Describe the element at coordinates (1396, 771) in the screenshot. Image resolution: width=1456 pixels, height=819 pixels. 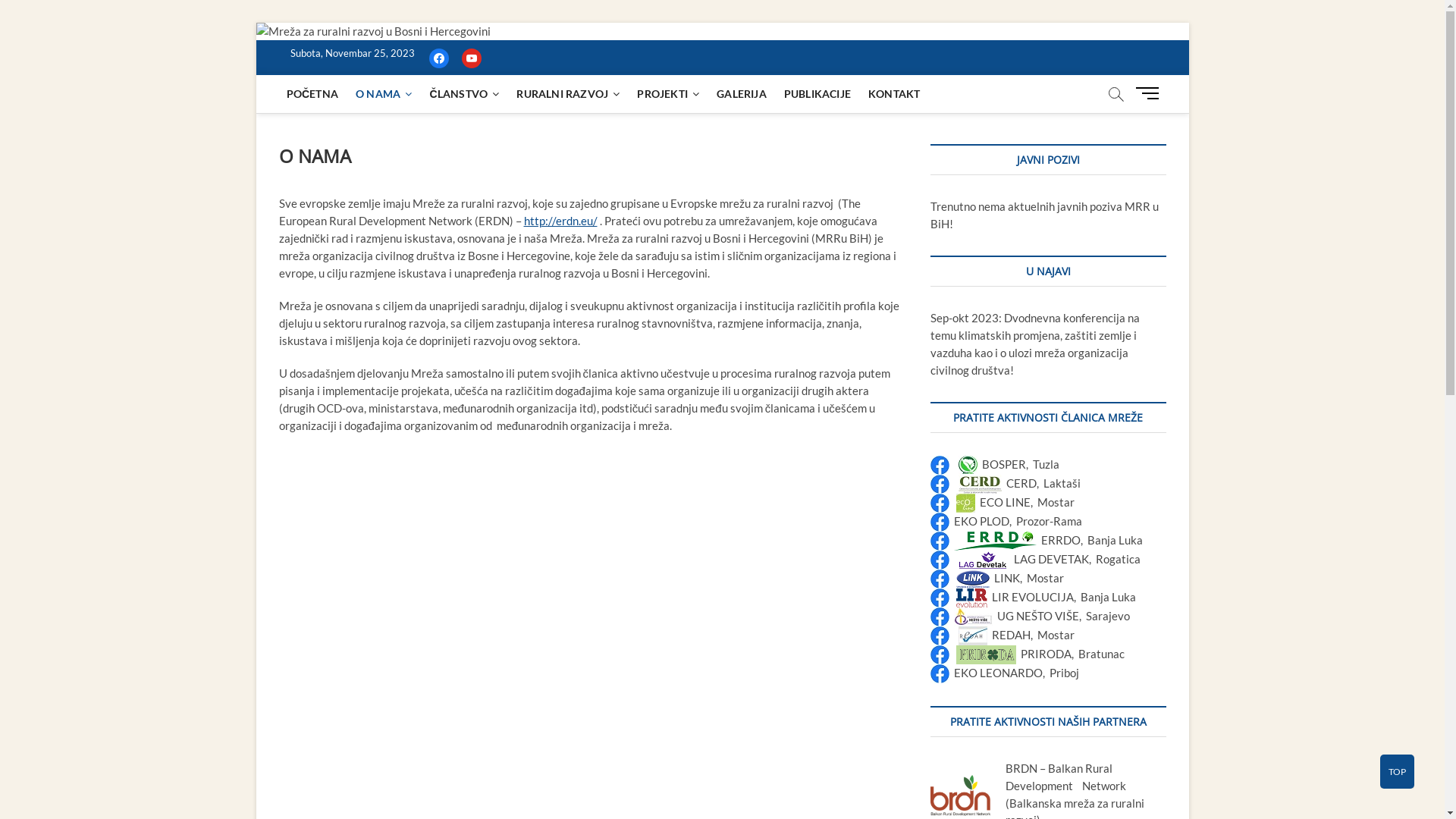
I see `'TOP'` at that location.